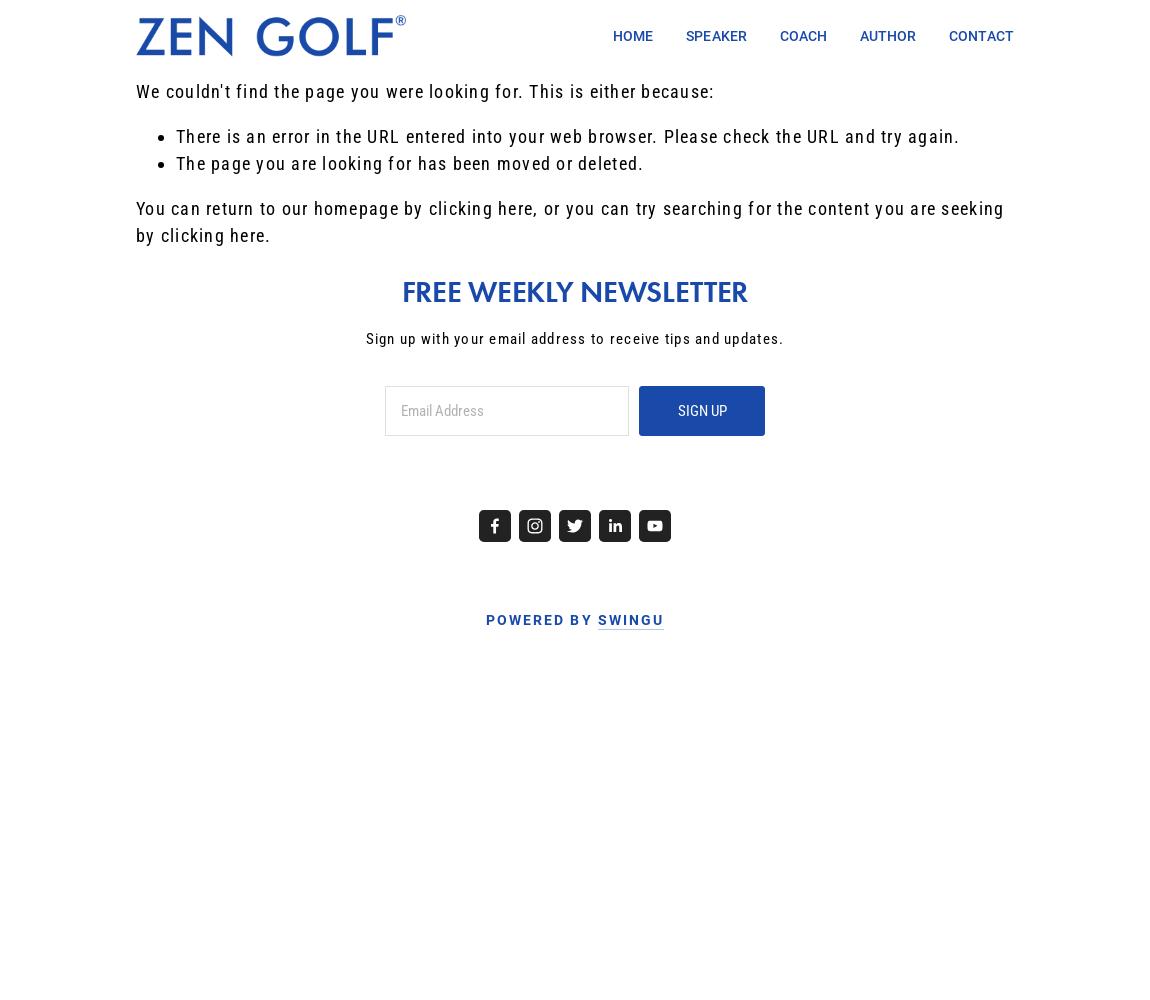 The height and width of the screenshot is (1000, 1150). Describe the element at coordinates (567, 136) in the screenshot. I see `'There is an error in the URL entered into your web browser. Please check the URL and try again.'` at that location.